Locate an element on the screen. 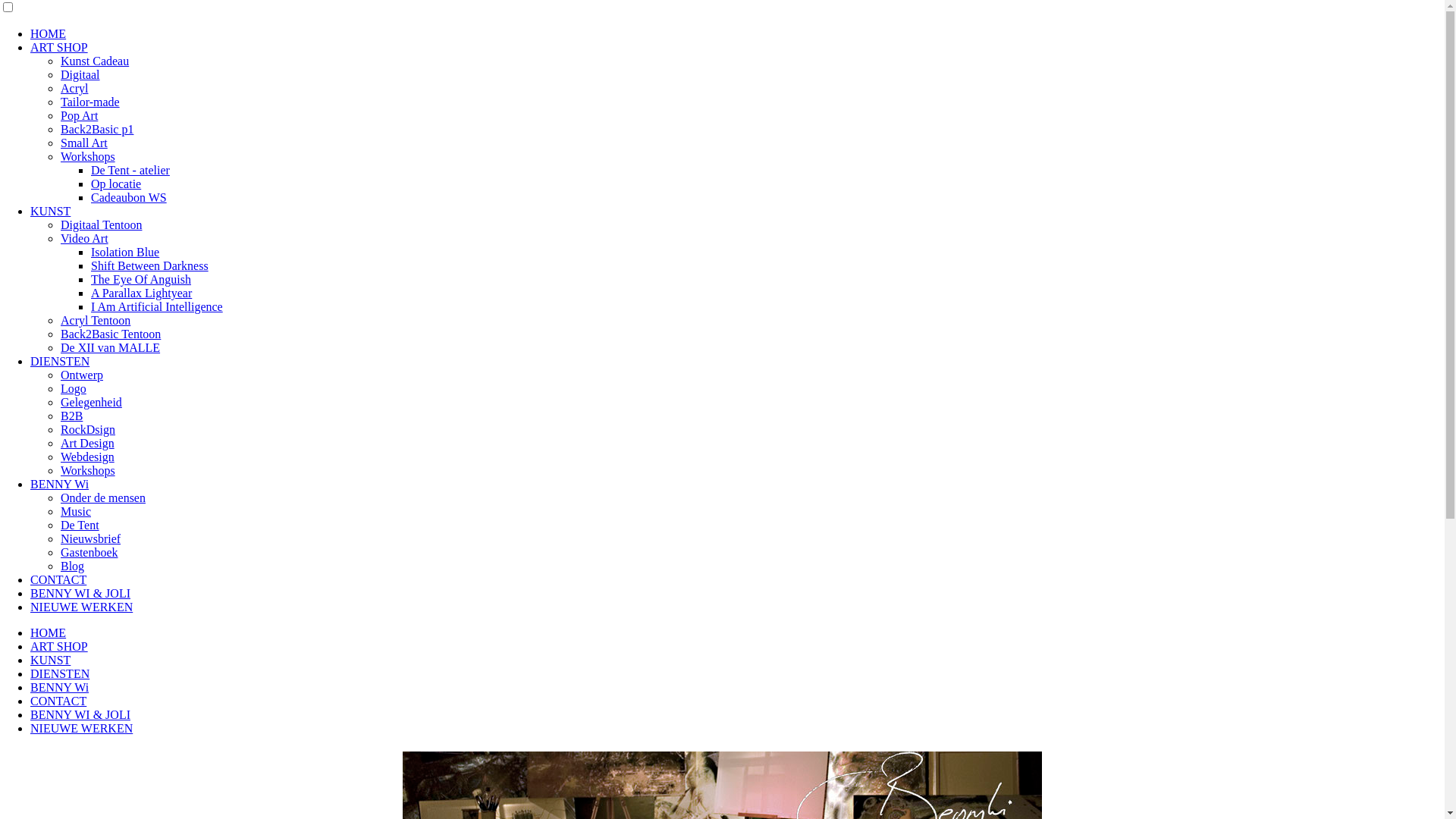  'Acryl' is located at coordinates (73, 88).